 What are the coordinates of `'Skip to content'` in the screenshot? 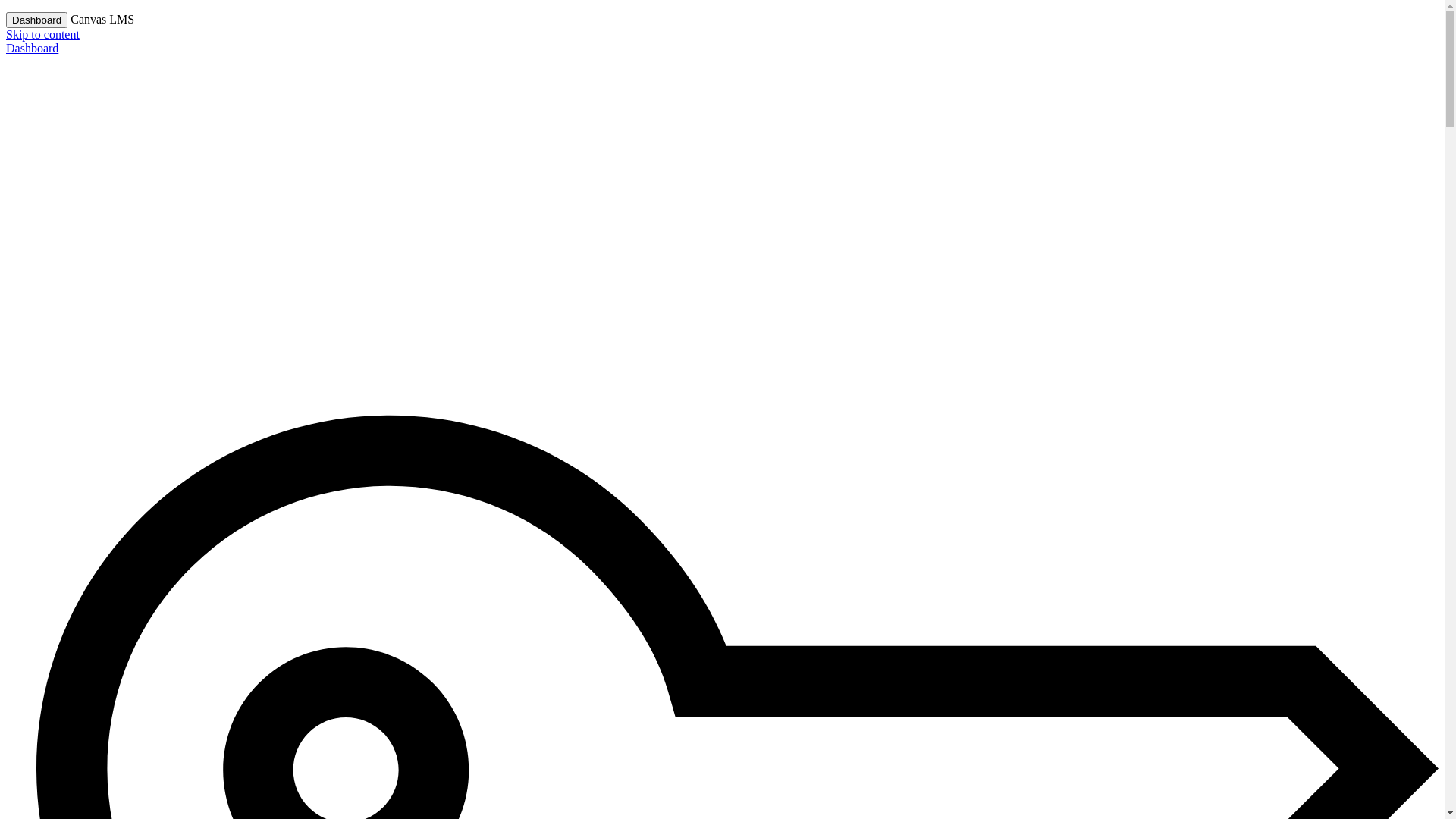 It's located at (42, 34).